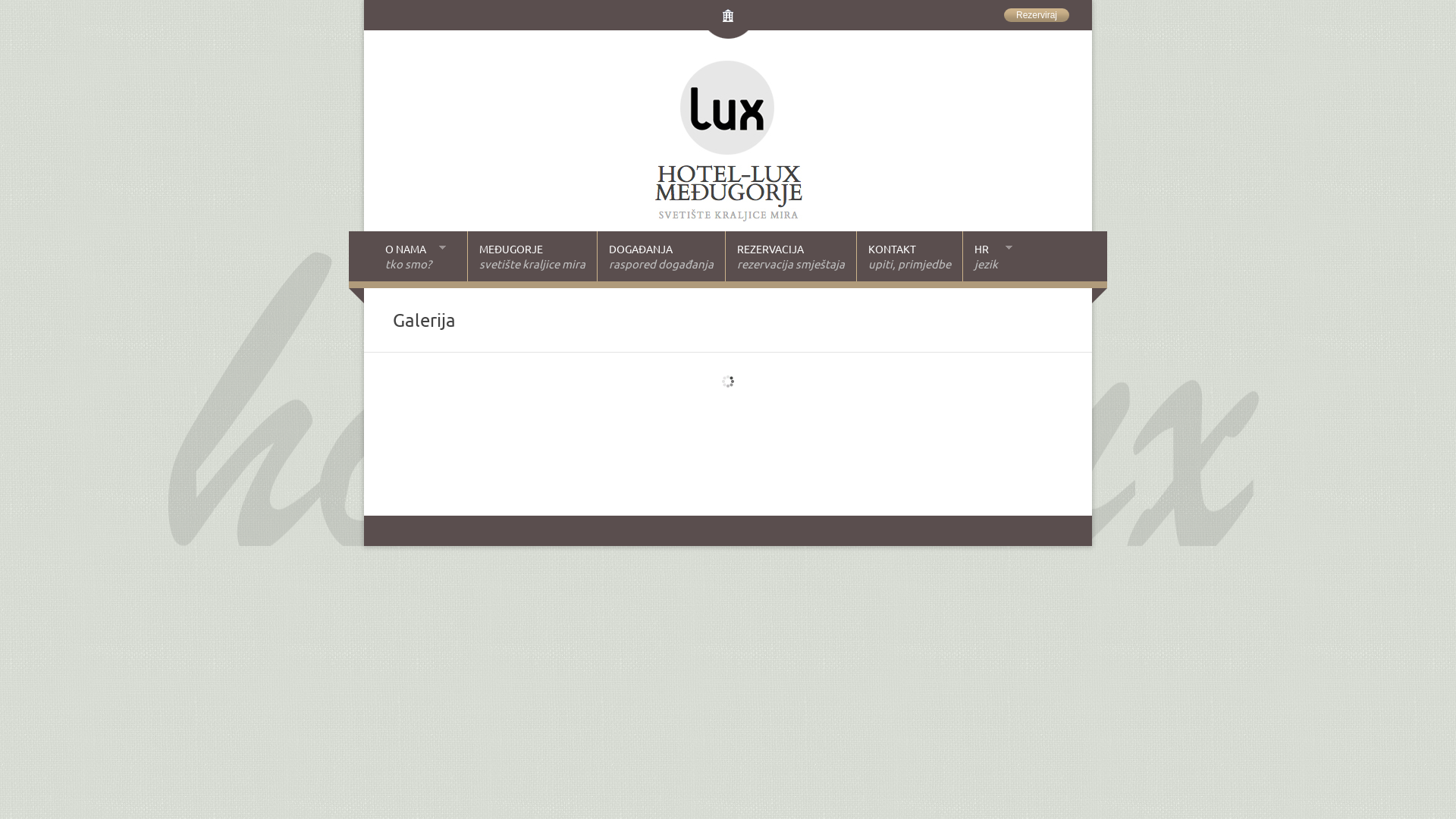  I want to click on 'DSC-104', so click(758, 383).